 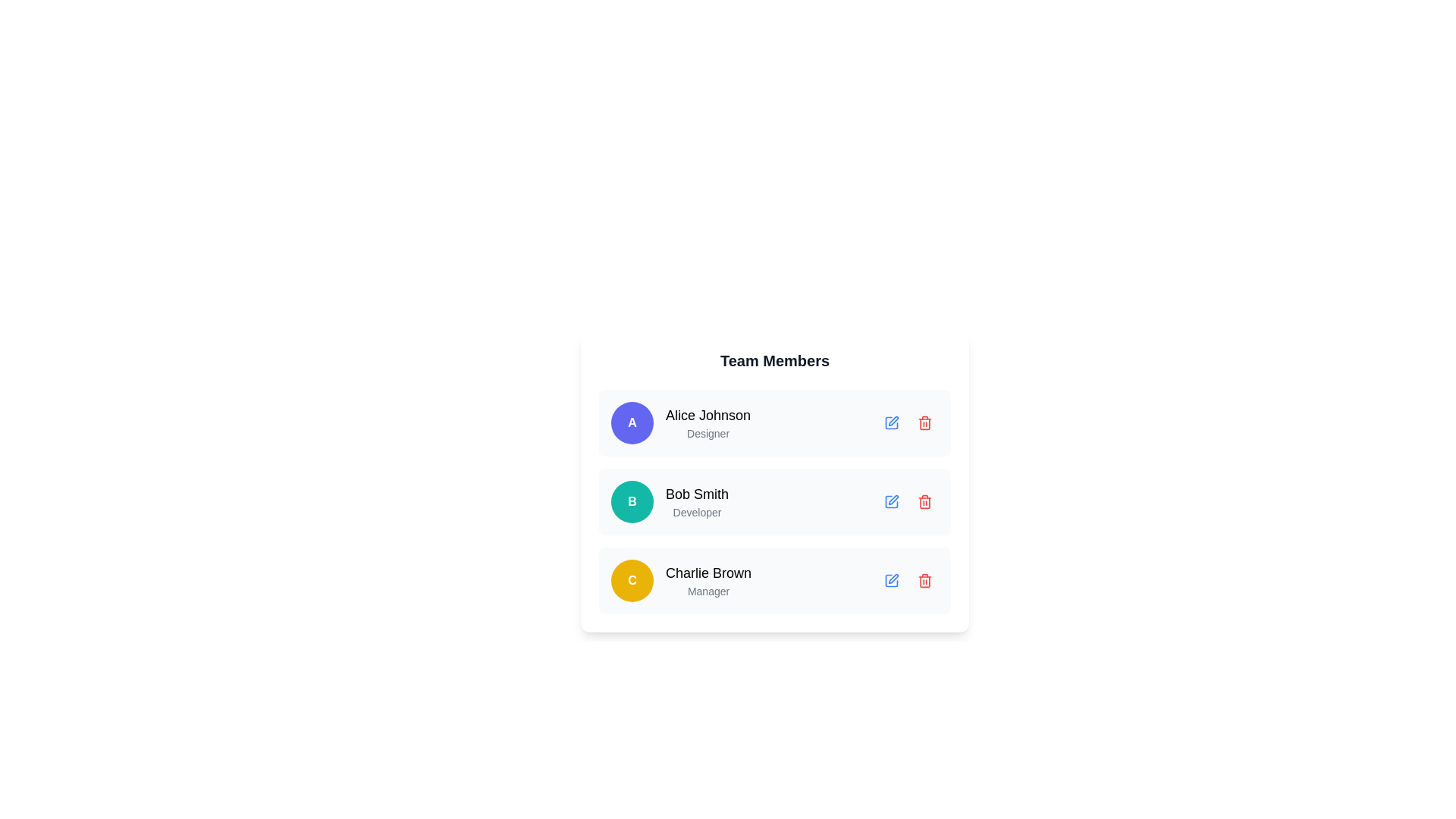 What do you see at coordinates (696, 512) in the screenshot?
I see `the text label indicating the role of 'Bob Smith' as a 'Developer', located below the name 'Bob Smith' in the 'Team Members' section` at bounding box center [696, 512].